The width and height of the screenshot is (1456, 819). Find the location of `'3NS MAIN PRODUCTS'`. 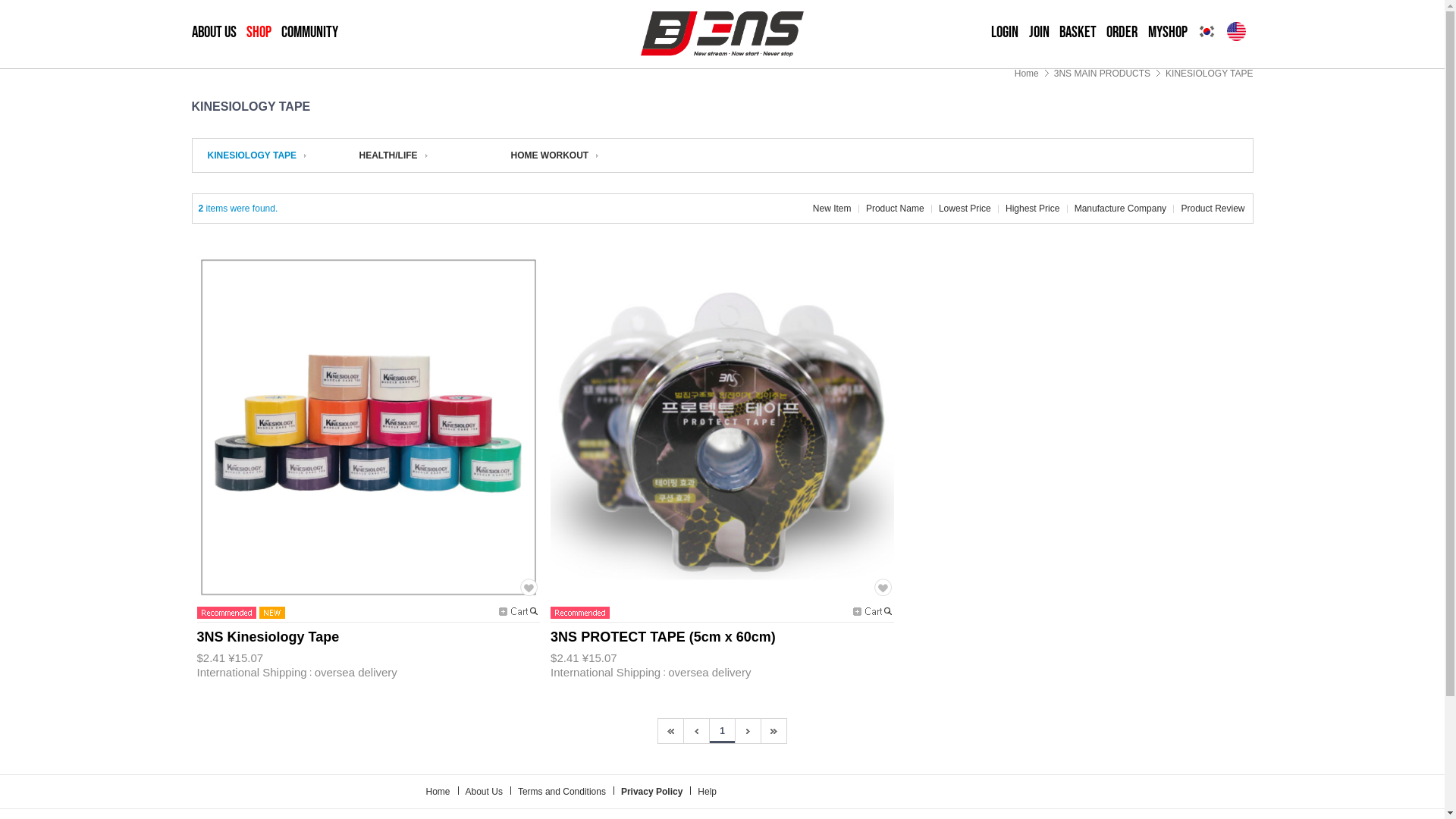

'3NS MAIN PRODUCTS' is located at coordinates (1102, 73).